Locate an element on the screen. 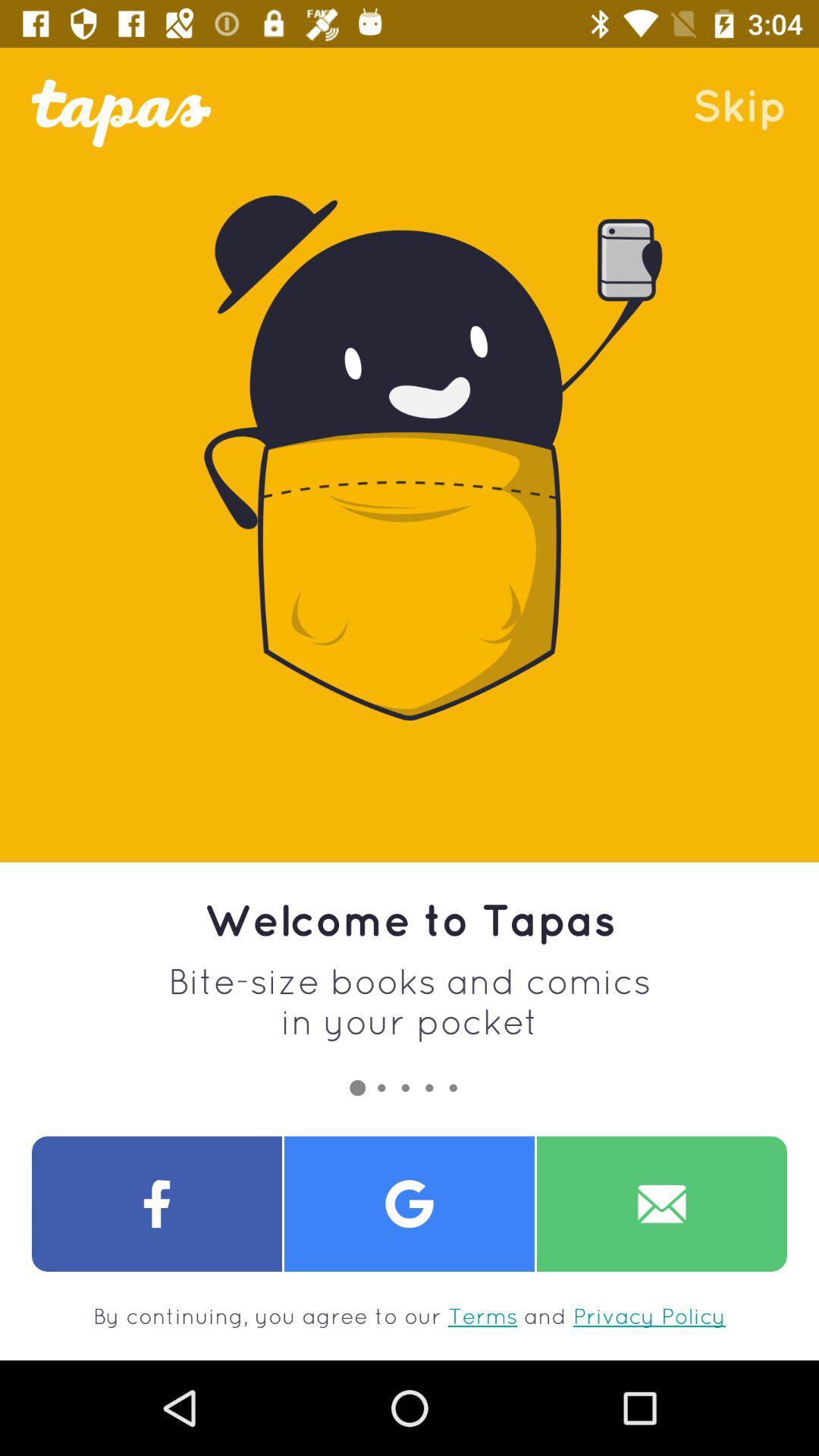 The image size is (819, 1456). the facebook icon is located at coordinates (157, 1203).